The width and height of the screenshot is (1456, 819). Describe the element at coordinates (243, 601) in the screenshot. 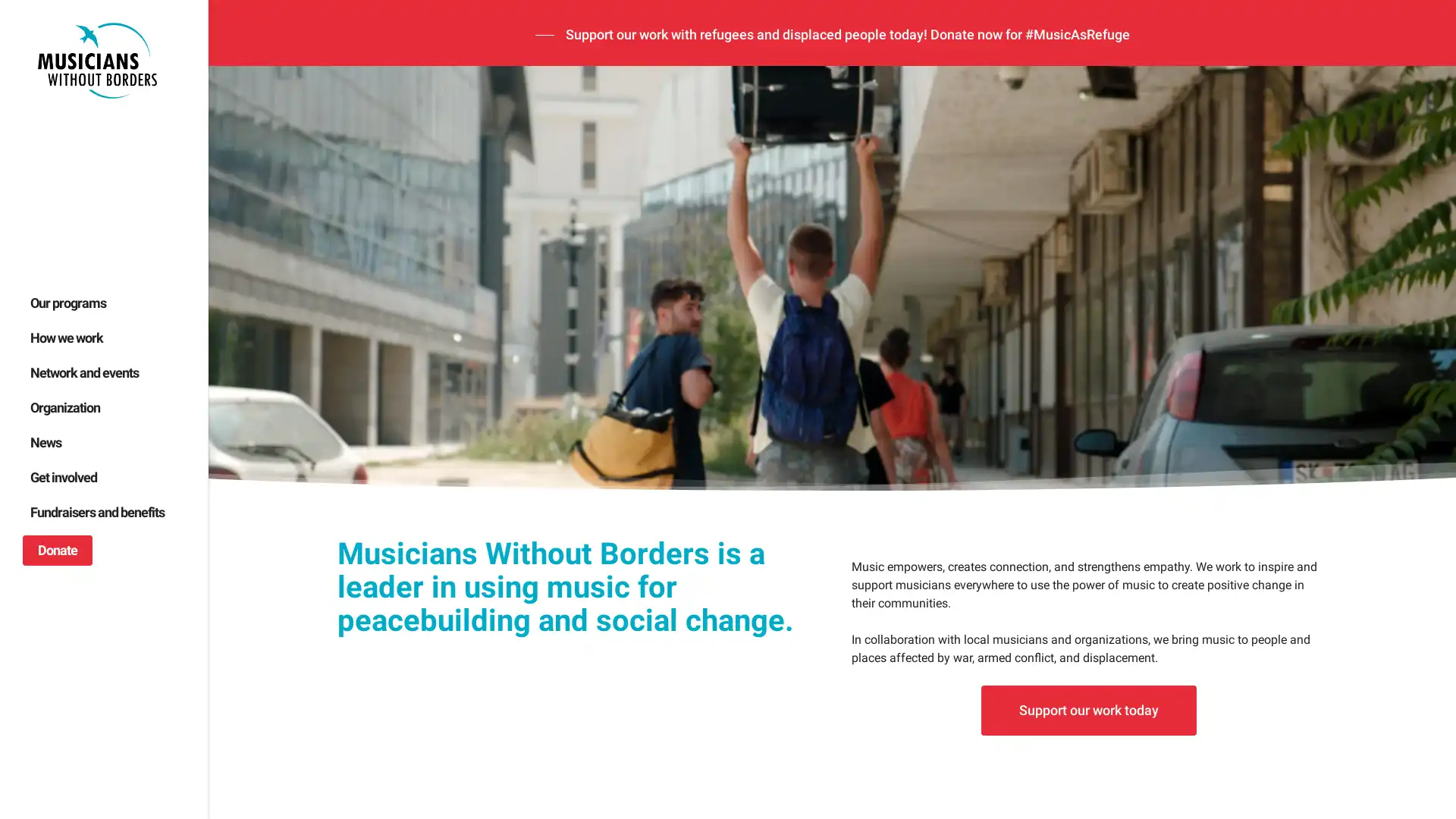

I see `play` at that location.